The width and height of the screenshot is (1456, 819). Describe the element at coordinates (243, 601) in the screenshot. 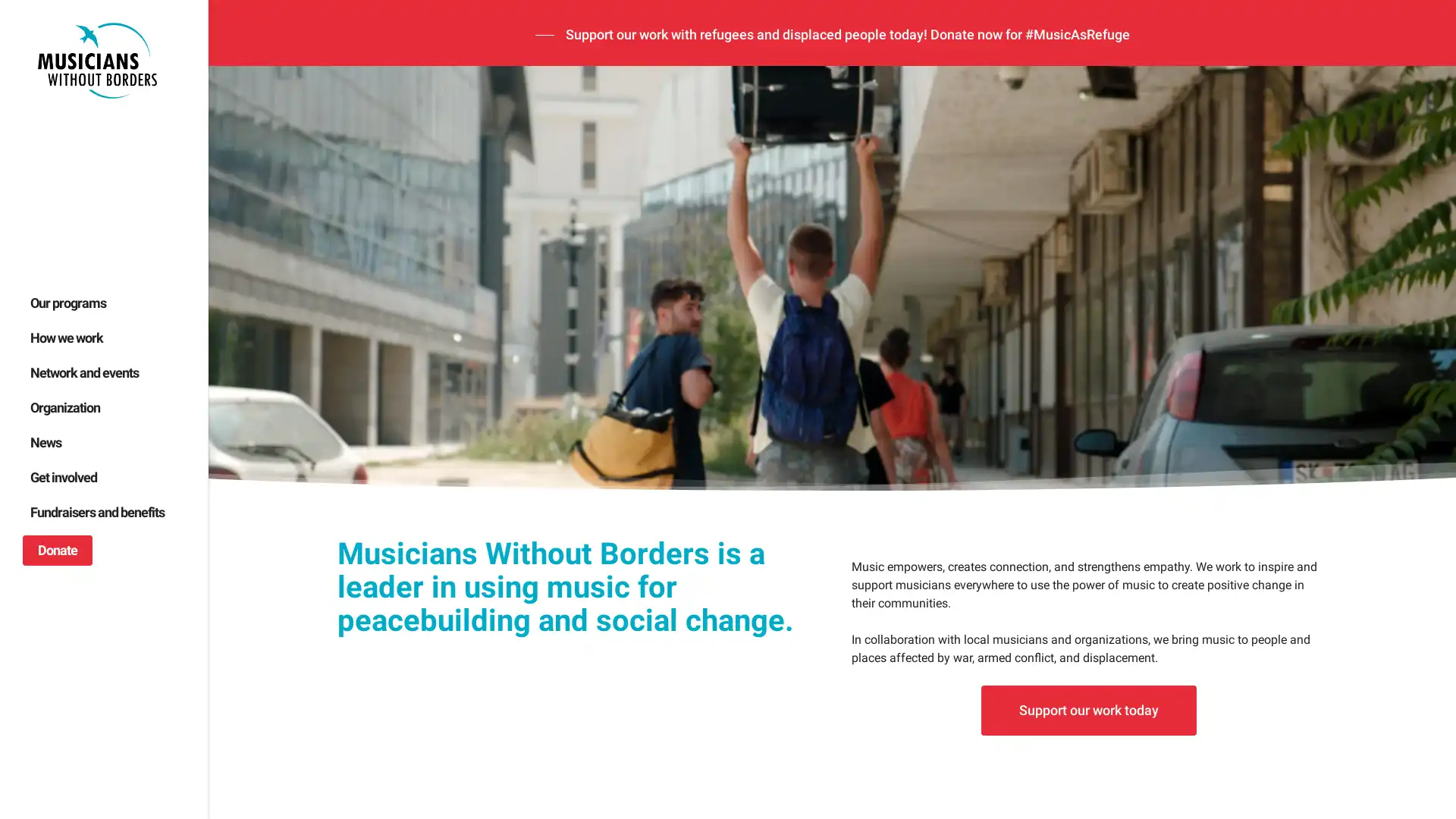

I see `play` at that location.